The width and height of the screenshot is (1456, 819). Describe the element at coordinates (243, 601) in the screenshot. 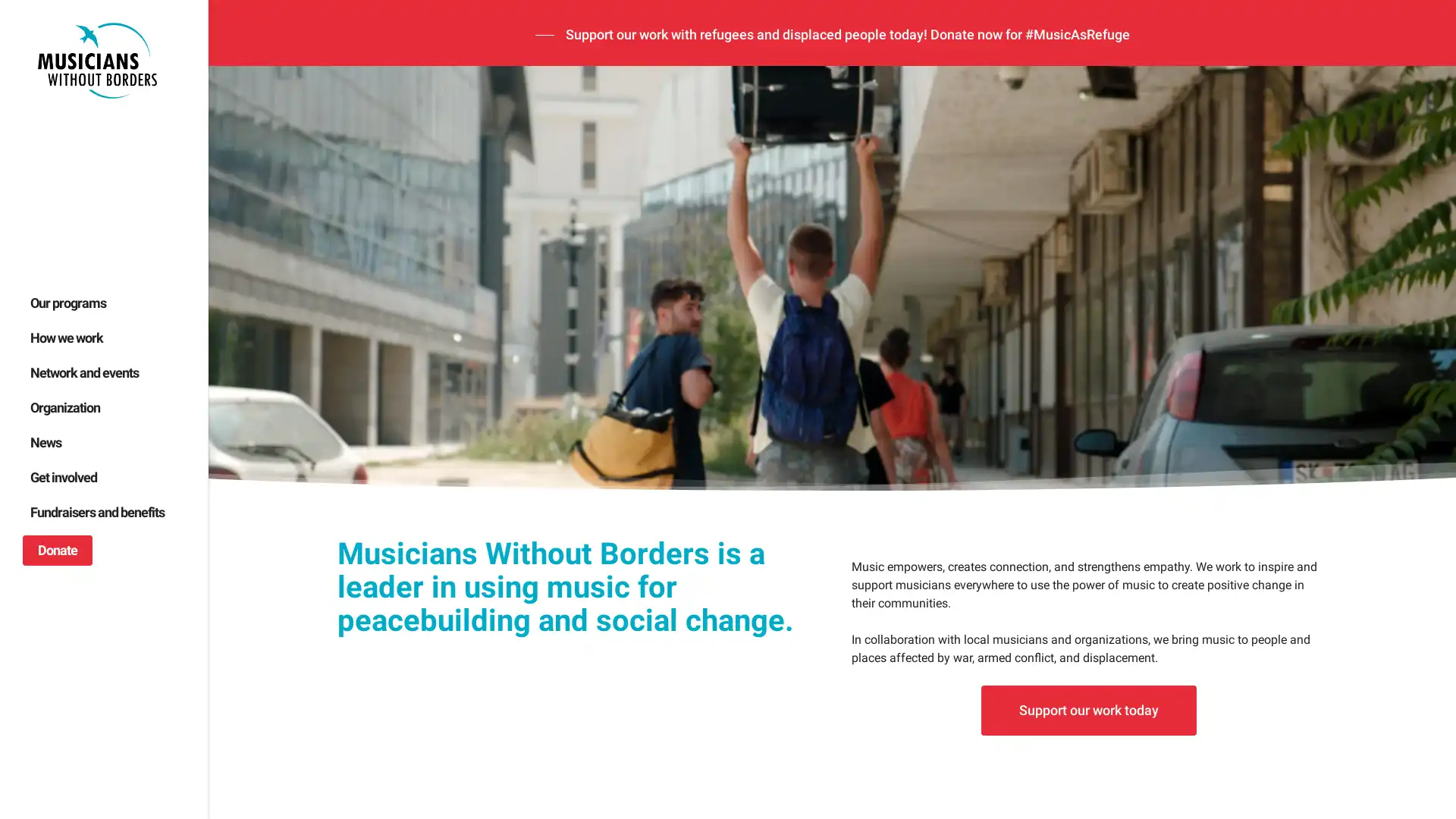

I see `play` at that location.